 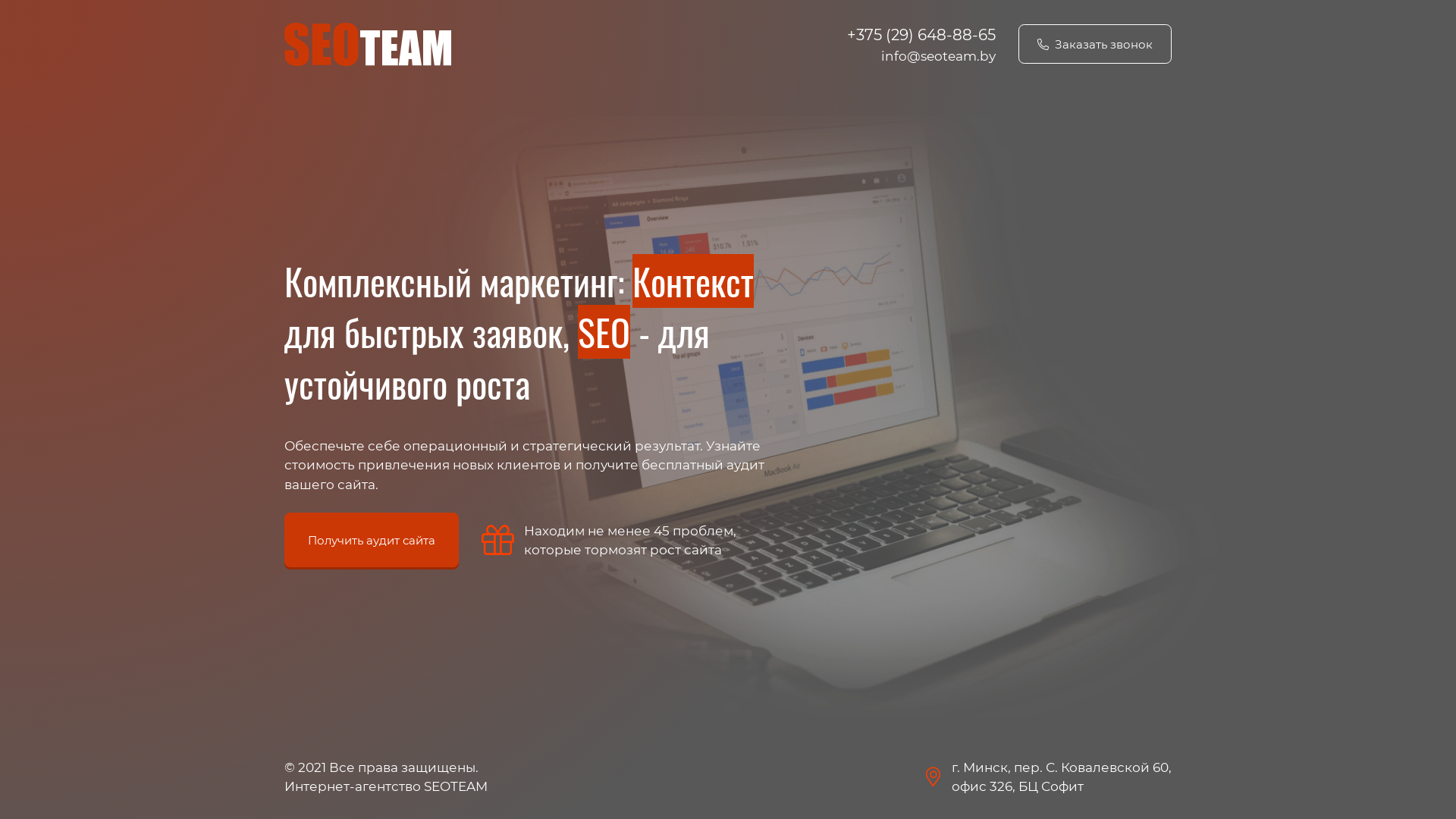 What do you see at coordinates (880, 55) in the screenshot?
I see `'info@seoteam.by'` at bounding box center [880, 55].